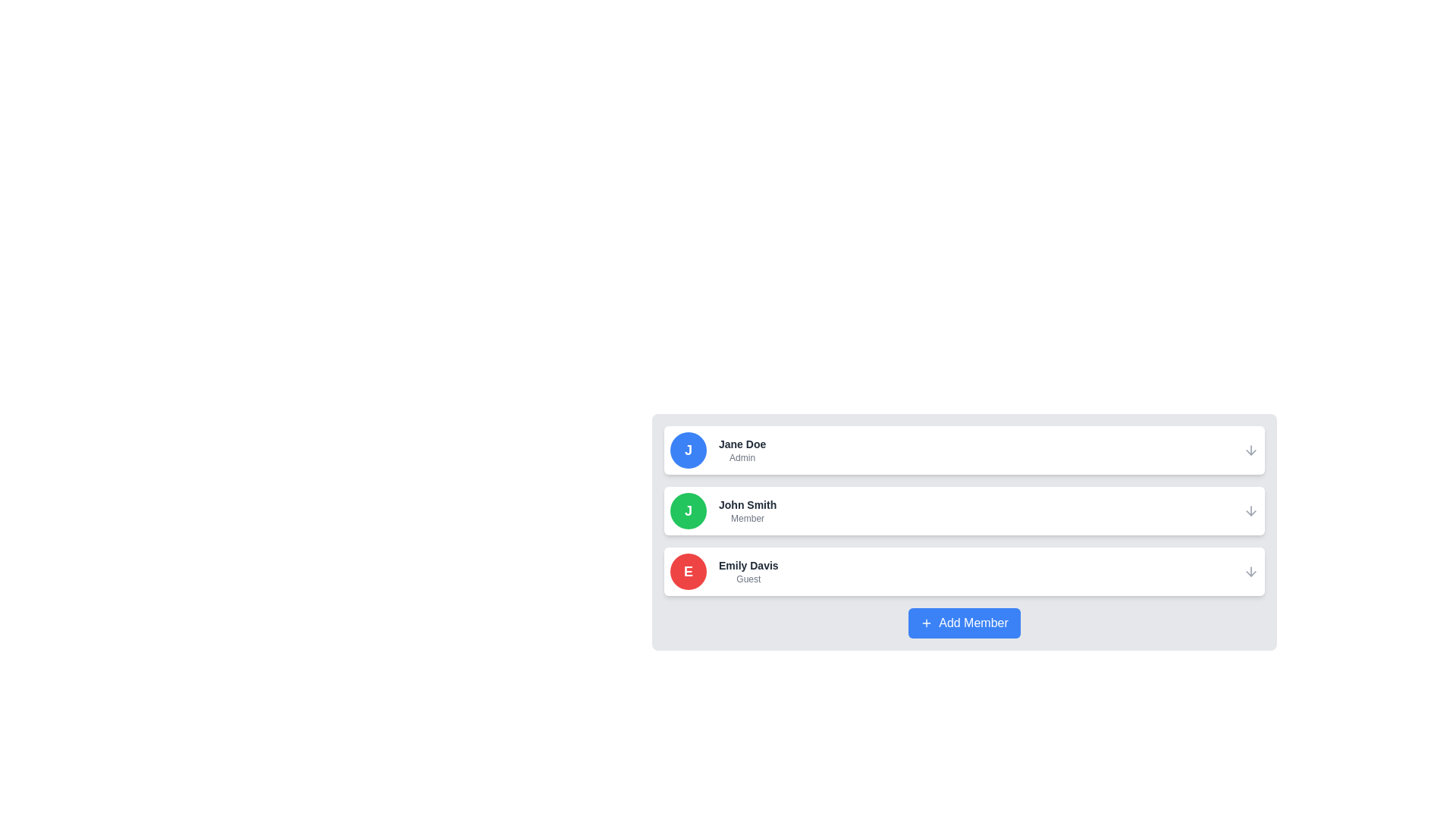  Describe the element at coordinates (1251, 450) in the screenshot. I see `the downward-pointing arrow icon button, which is styled in gray and located at the far right of the row displaying 'Jane Doe' and their role 'Admin'` at that location.